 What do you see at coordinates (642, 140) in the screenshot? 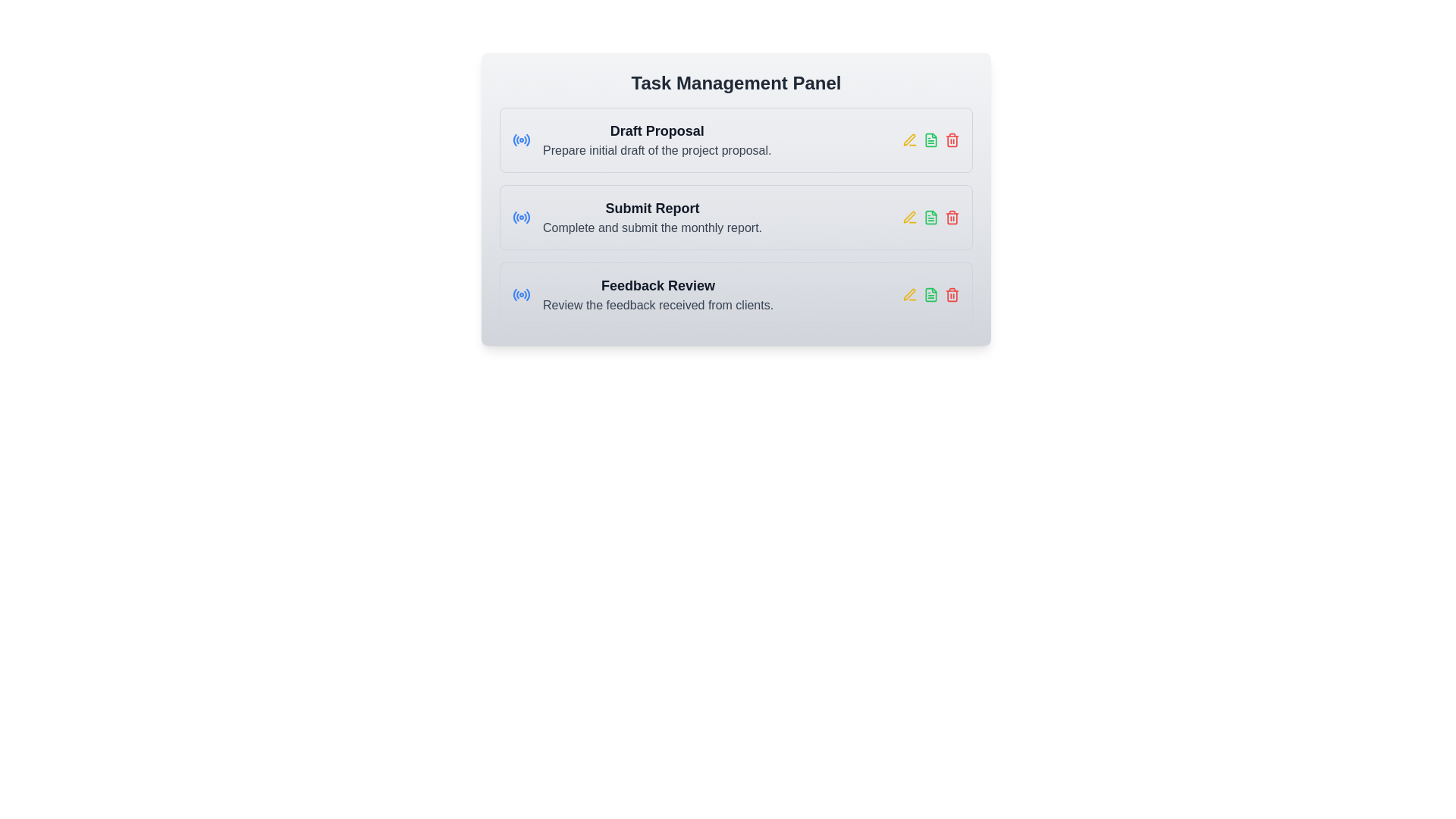
I see `the 'Draft Proposal' informational text block, which includes a title and subtitle` at bounding box center [642, 140].